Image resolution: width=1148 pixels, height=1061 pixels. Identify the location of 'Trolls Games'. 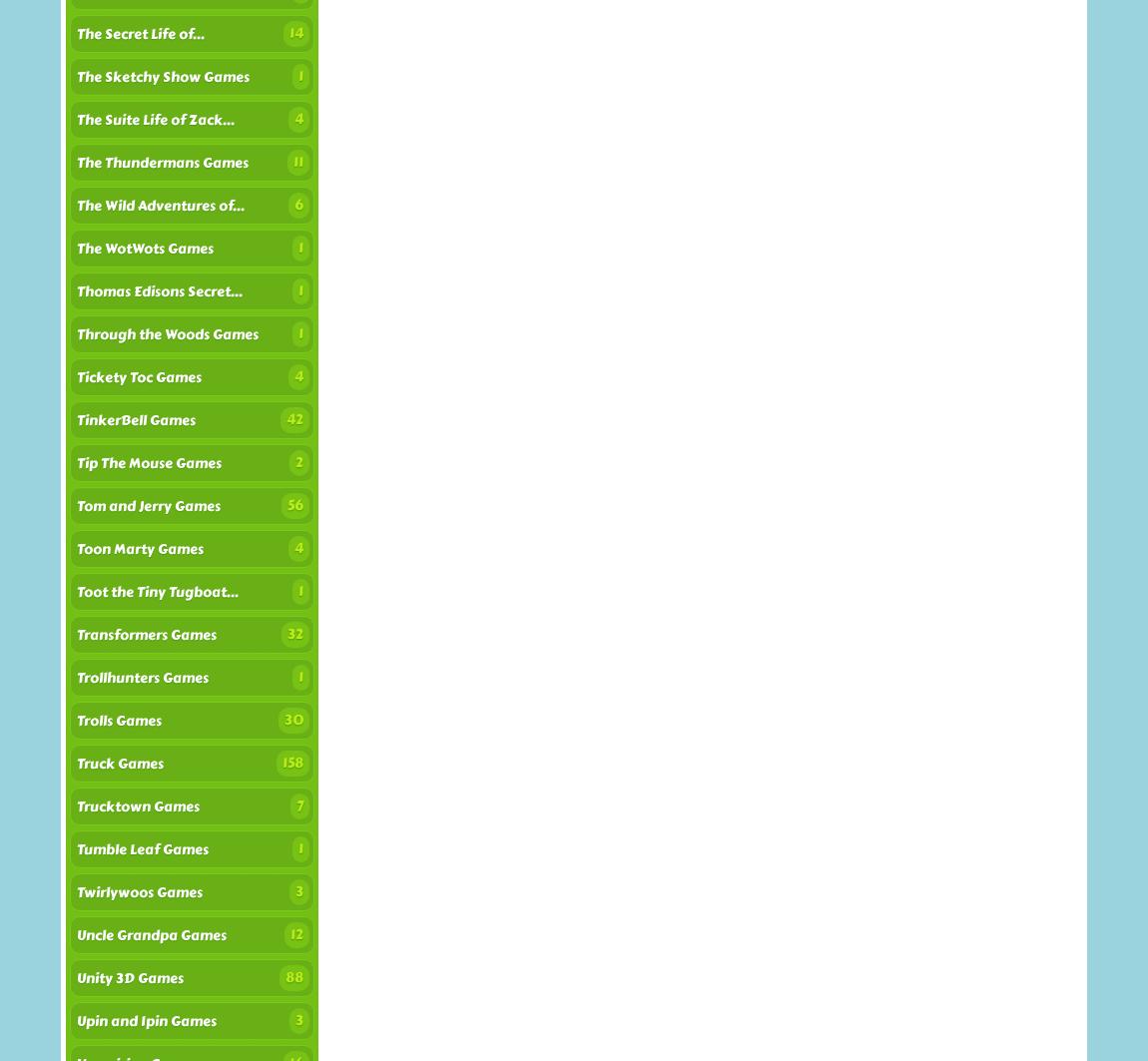
(76, 720).